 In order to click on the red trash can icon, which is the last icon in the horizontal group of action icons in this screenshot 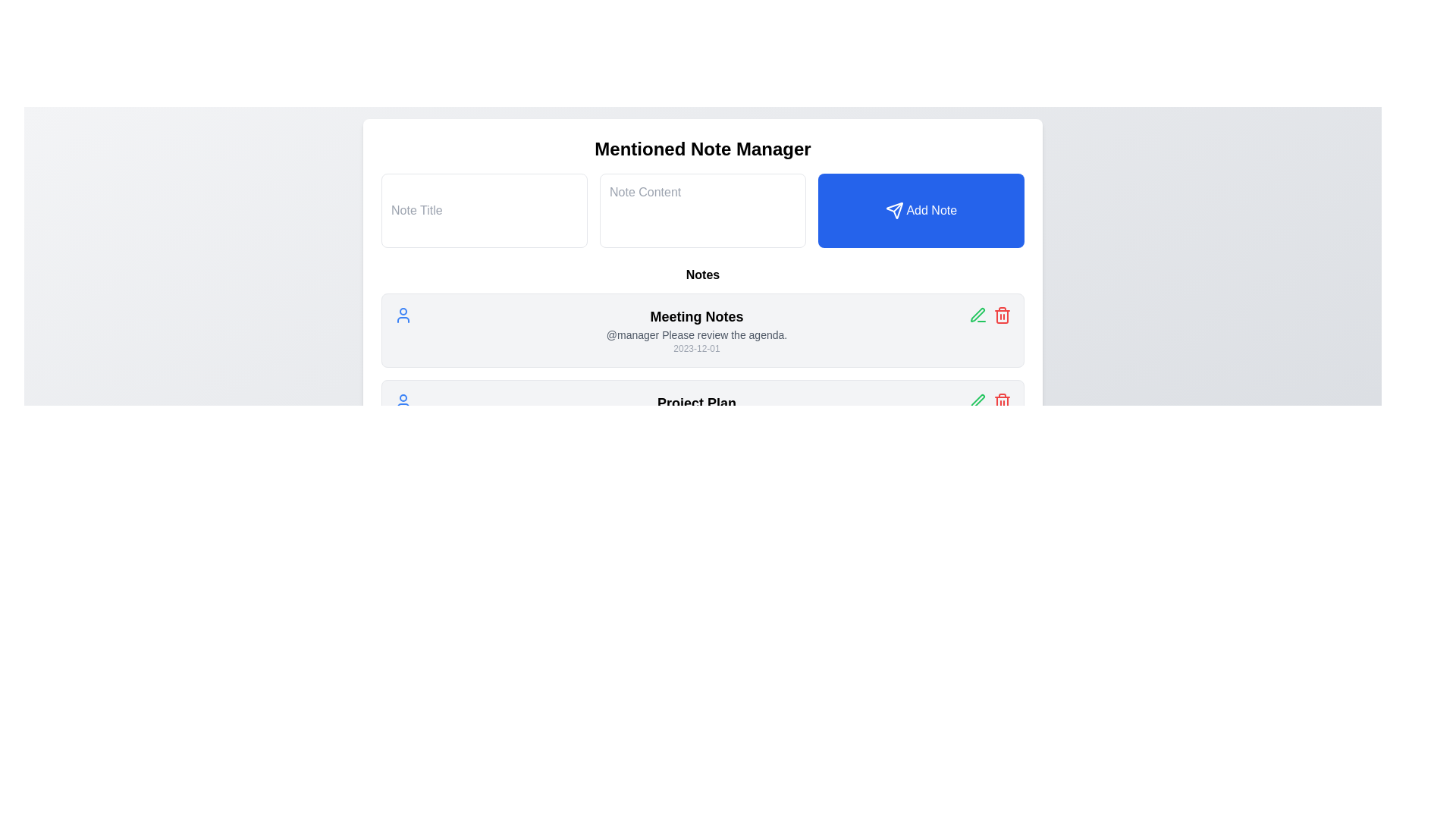, I will do `click(1002, 315)`.